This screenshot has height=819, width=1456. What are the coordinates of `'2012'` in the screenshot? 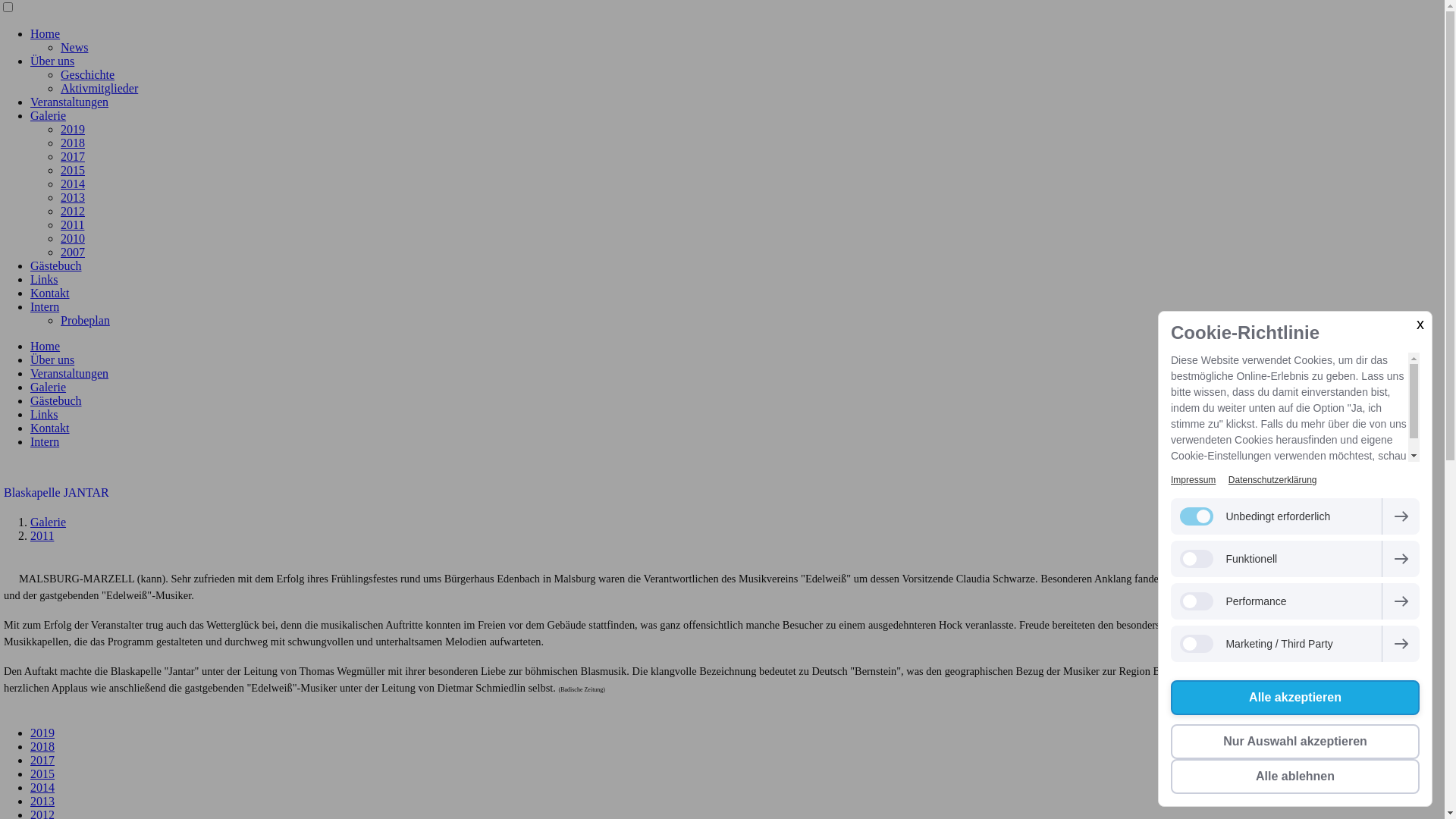 It's located at (72, 211).